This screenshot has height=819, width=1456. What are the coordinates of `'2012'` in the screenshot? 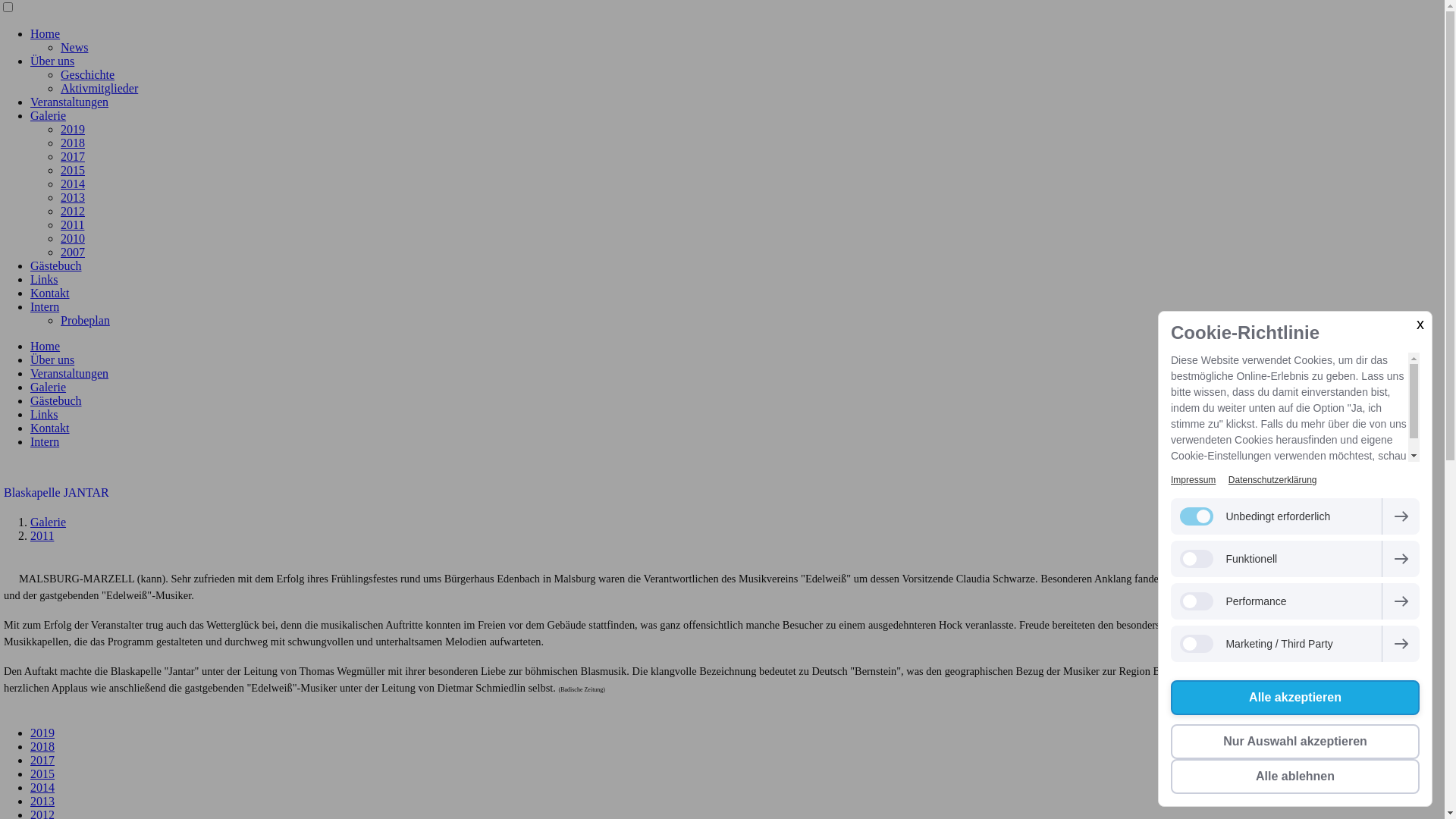 It's located at (72, 211).